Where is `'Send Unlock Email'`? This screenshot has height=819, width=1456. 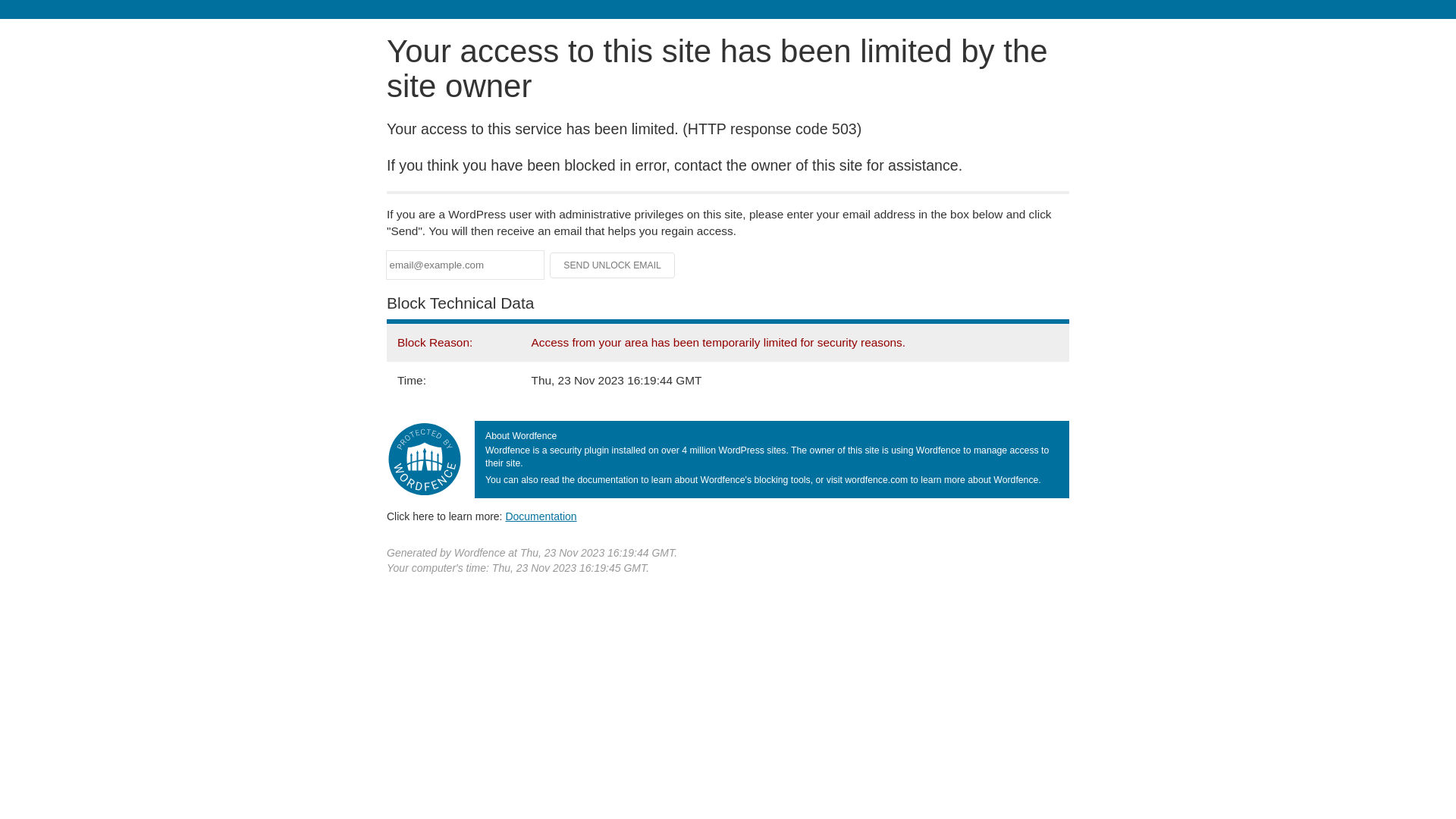 'Send Unlock Email' is located at coordinates (612, 265).